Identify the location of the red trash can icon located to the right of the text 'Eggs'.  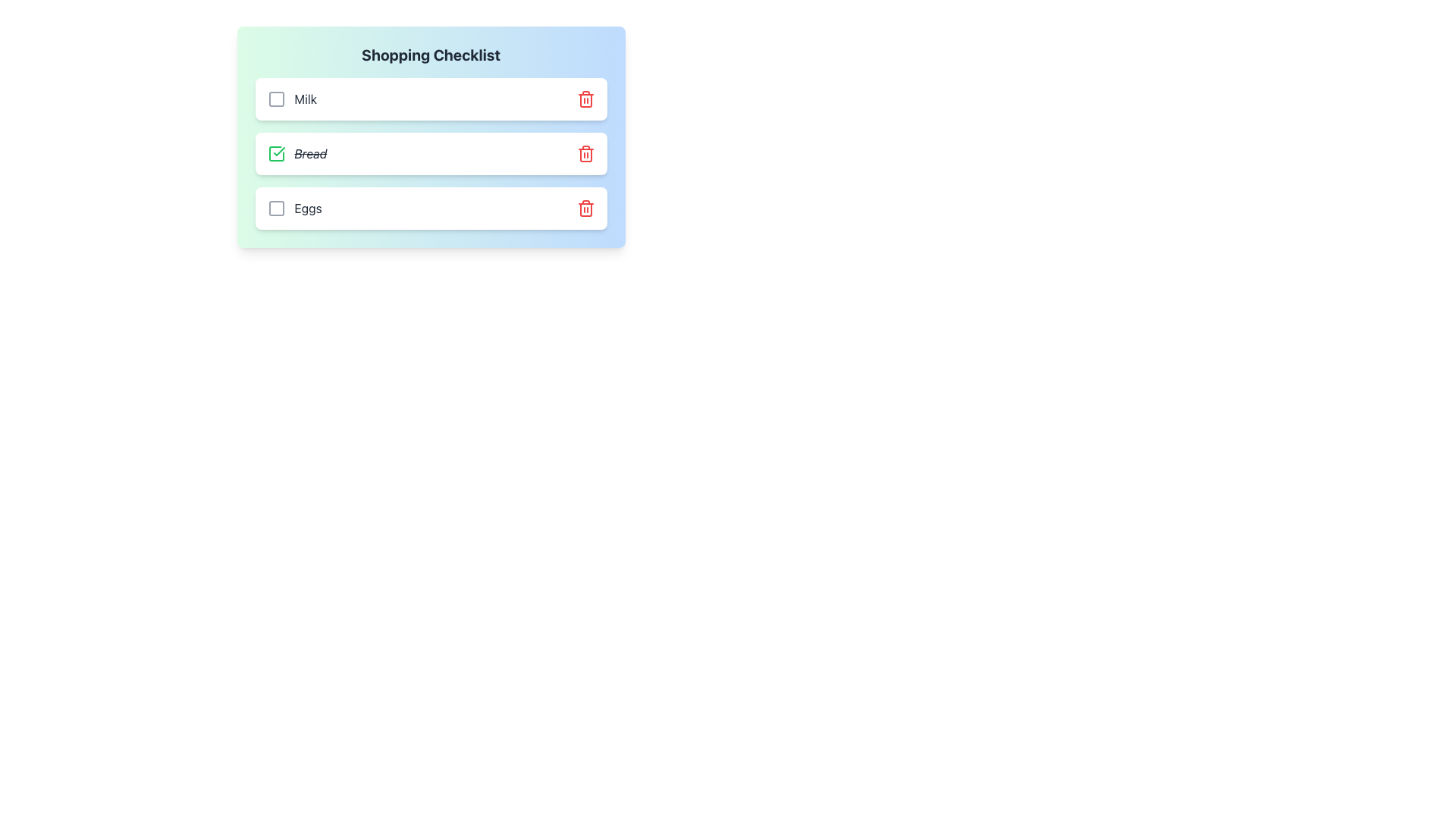
(585, 208).